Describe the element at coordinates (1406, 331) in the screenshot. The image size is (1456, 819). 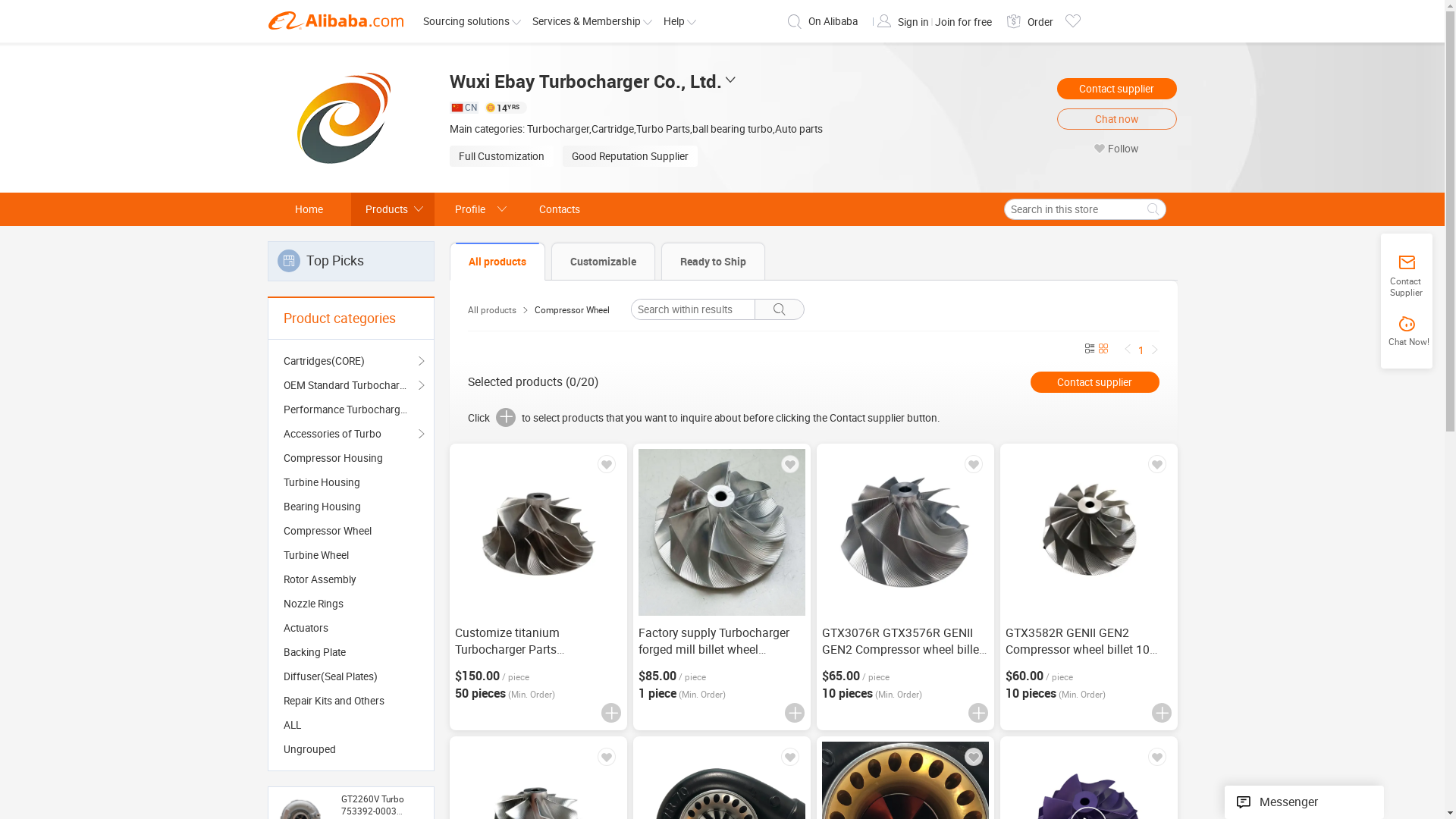
I see `'Chat Now!'` at that location.